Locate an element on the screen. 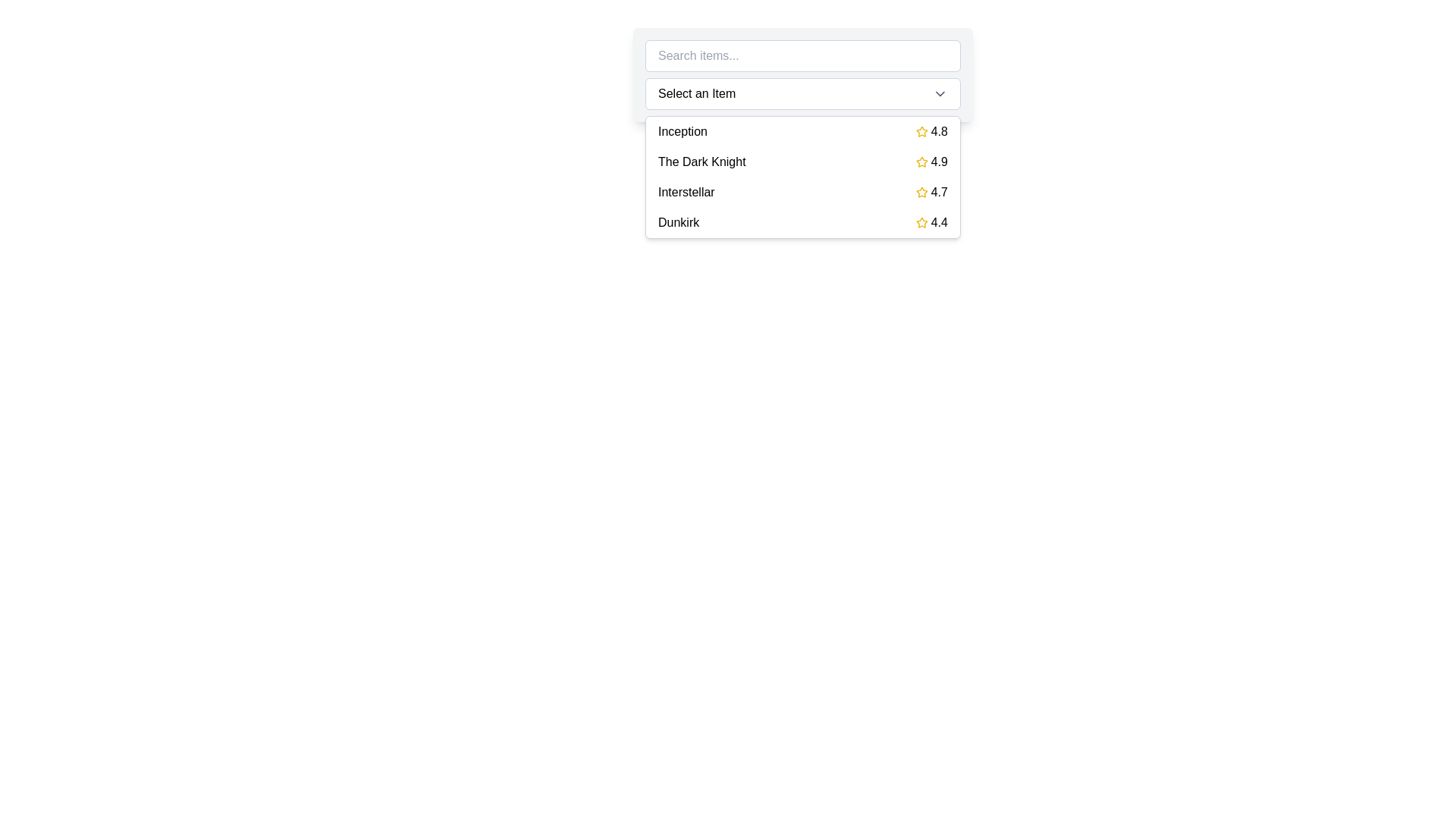 The image size is (1456, 819). the text element representing the third movie in the dropdown menu, located between 'The Dark Knight' and 'Dunkirk' is located at coordinates (686, 192).